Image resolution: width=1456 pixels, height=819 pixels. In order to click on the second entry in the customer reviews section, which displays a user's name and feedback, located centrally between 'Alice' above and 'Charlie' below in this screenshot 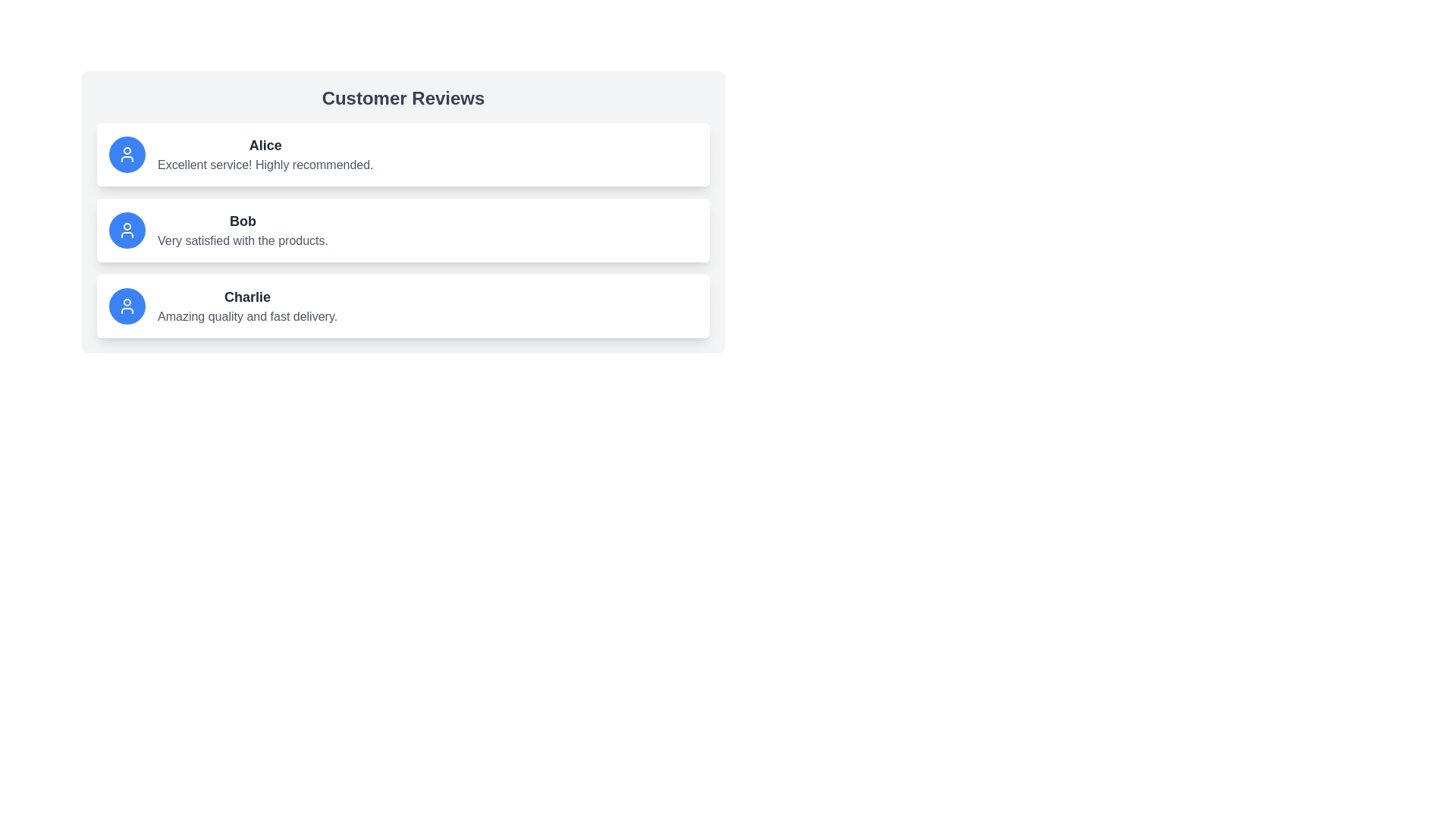, I will do `click(243, 231)`.